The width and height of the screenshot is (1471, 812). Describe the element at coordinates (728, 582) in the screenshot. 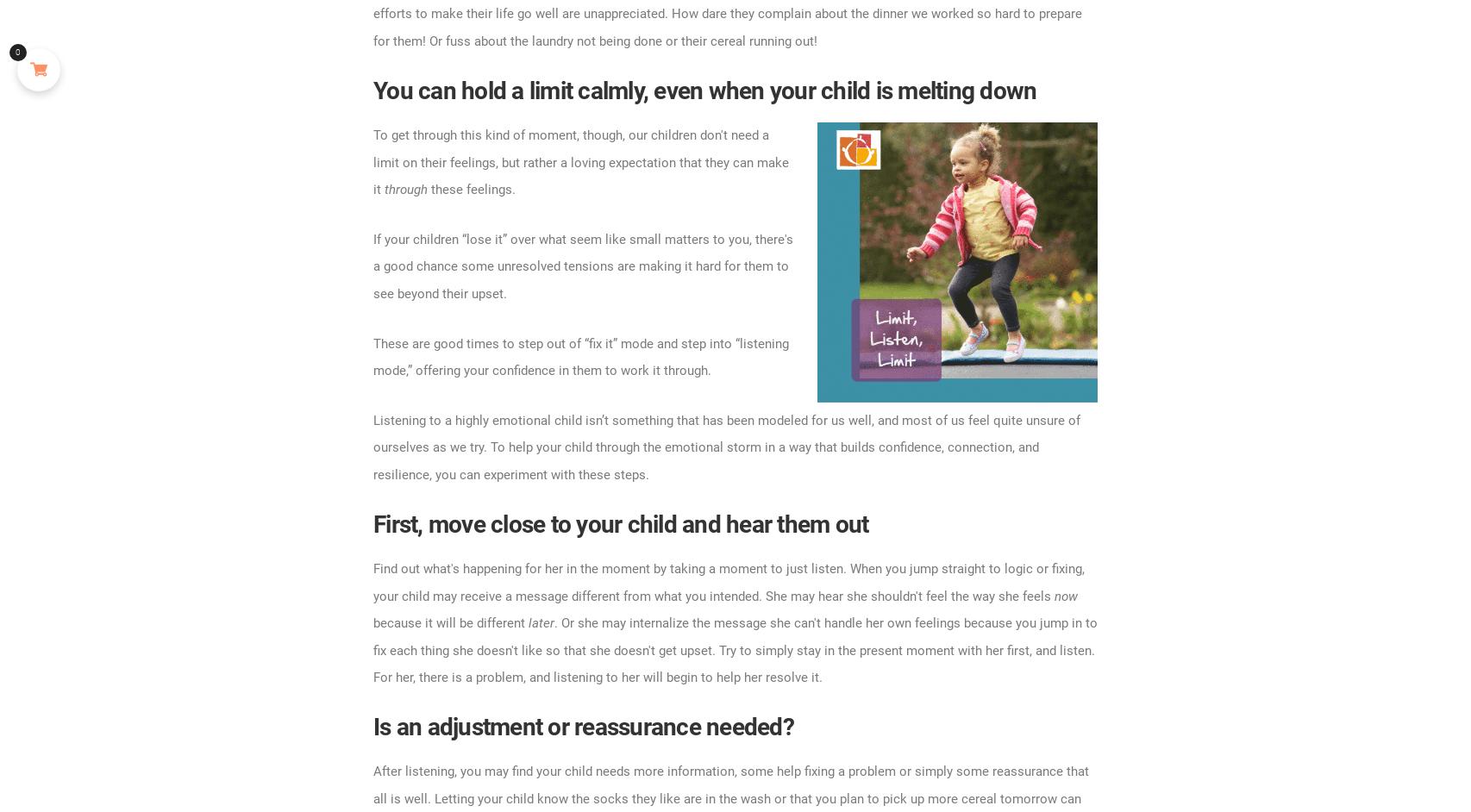

I see `'Find out what's happening for her in the moment by taking a moment to just listen. When you jump straight to logic or fixing, your child may receive a message different from what you intended. She may hear she shouldn't feel the way she feels'` at that location.